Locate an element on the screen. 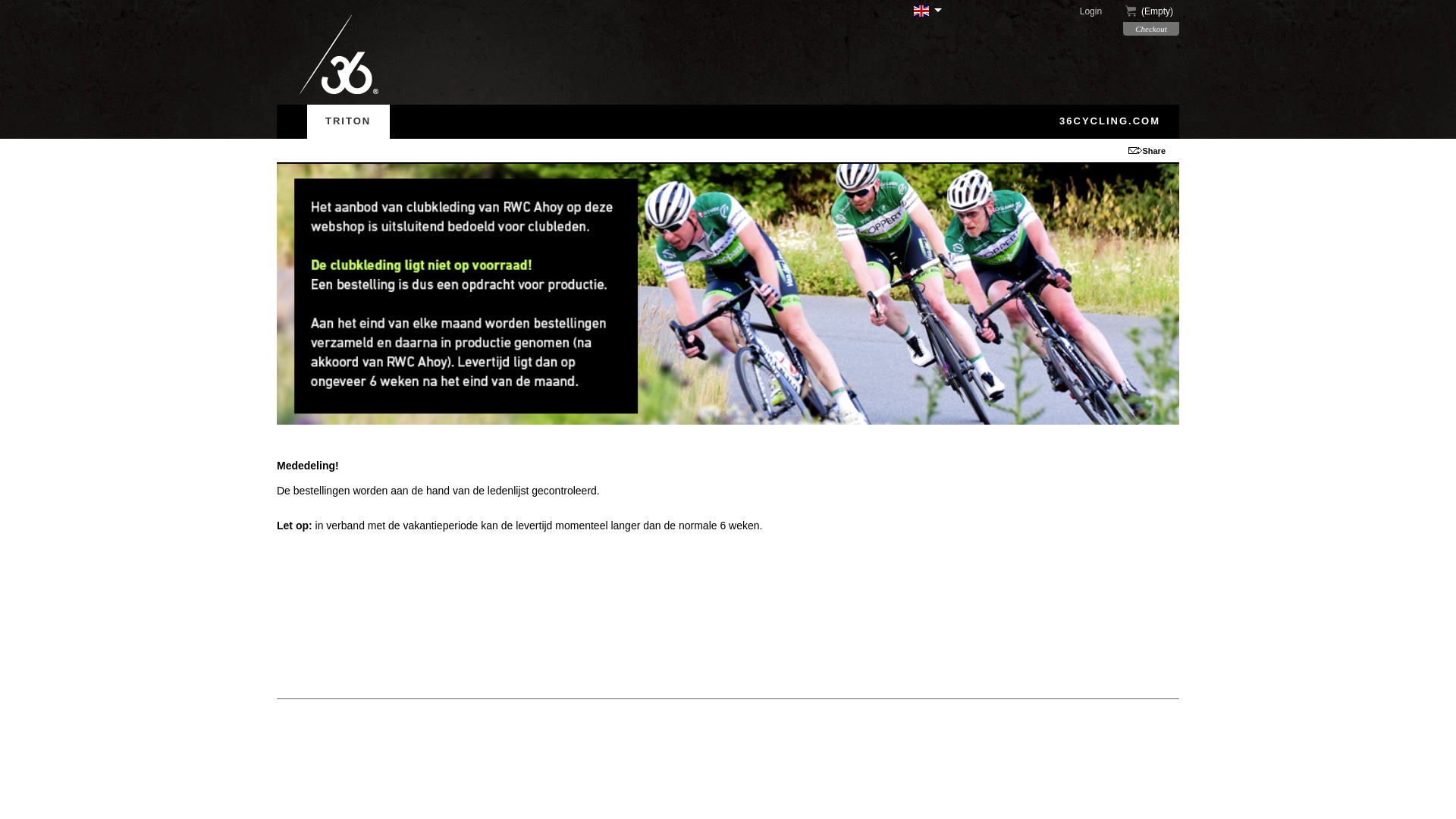 This screenshot has height=819, width=1456. 'Share' is located at coordinates (1153, 150).